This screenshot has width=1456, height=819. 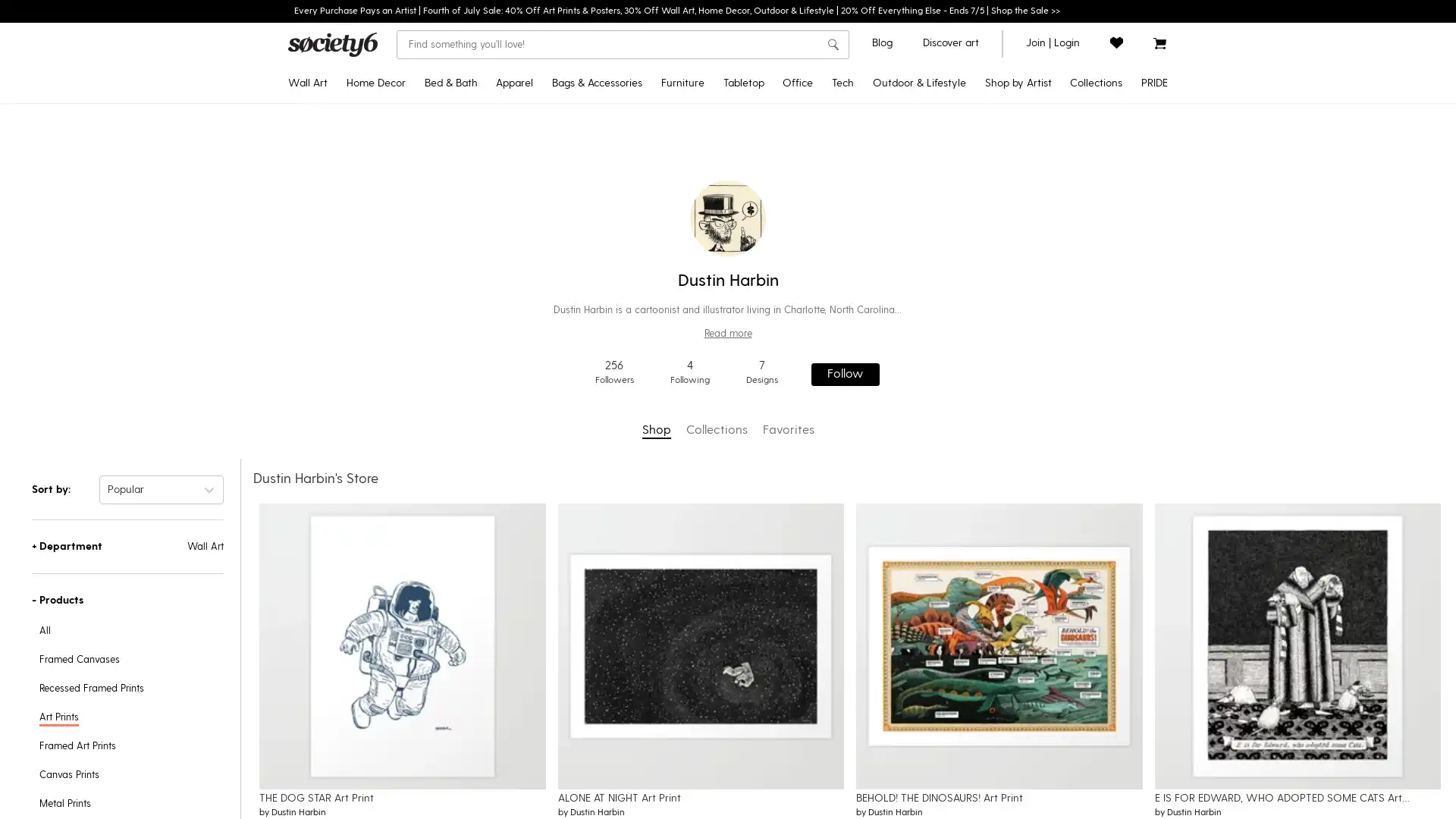 What do you see at coordinates (771, 170) in the screenshot?
I see `Tablecloths` at bounding box center [771, 170].